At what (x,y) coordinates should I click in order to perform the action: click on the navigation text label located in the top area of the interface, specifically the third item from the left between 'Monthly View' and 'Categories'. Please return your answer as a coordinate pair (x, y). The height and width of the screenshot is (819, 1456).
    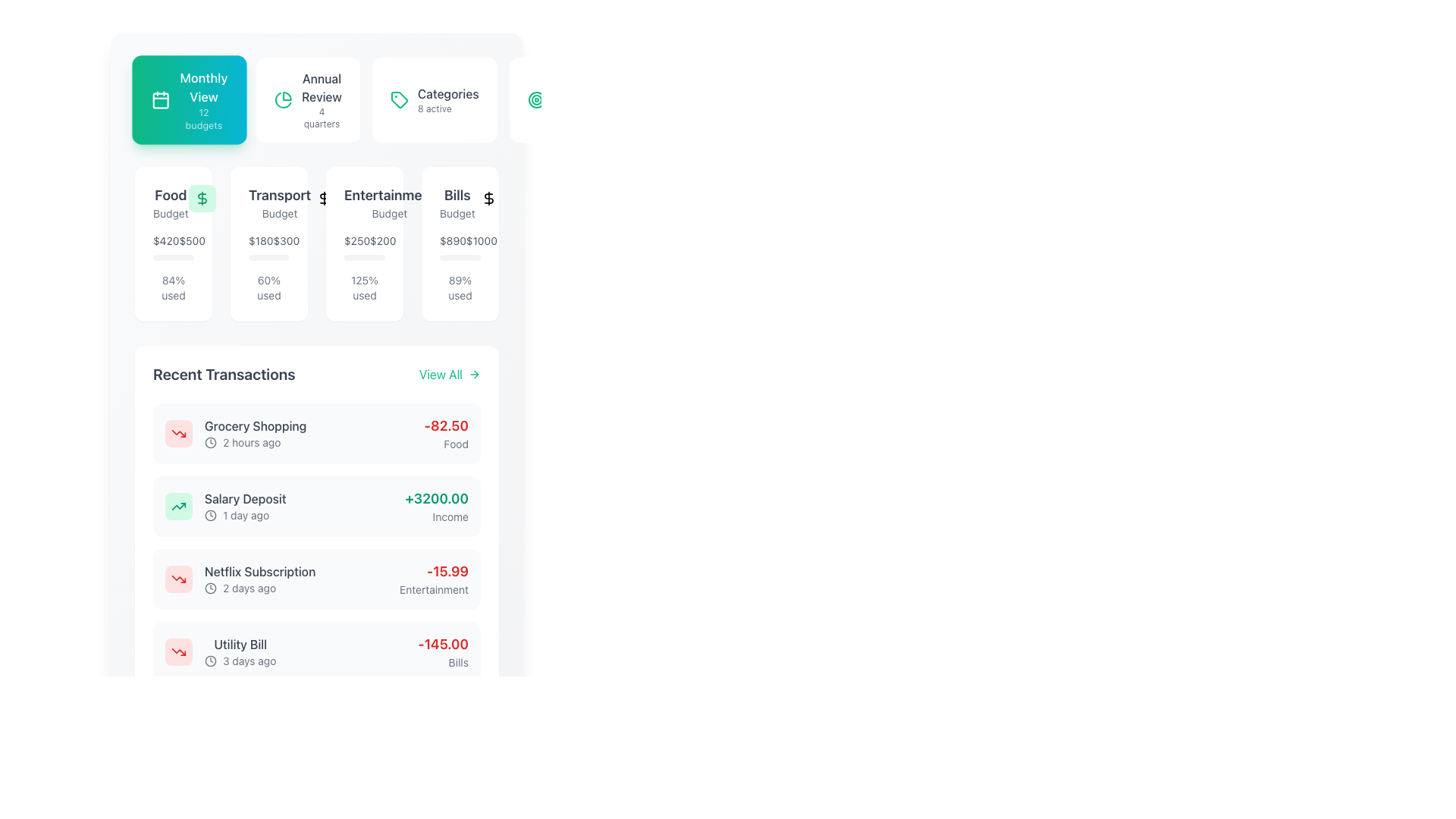
    Looking at the image, I should click on (321, 99).